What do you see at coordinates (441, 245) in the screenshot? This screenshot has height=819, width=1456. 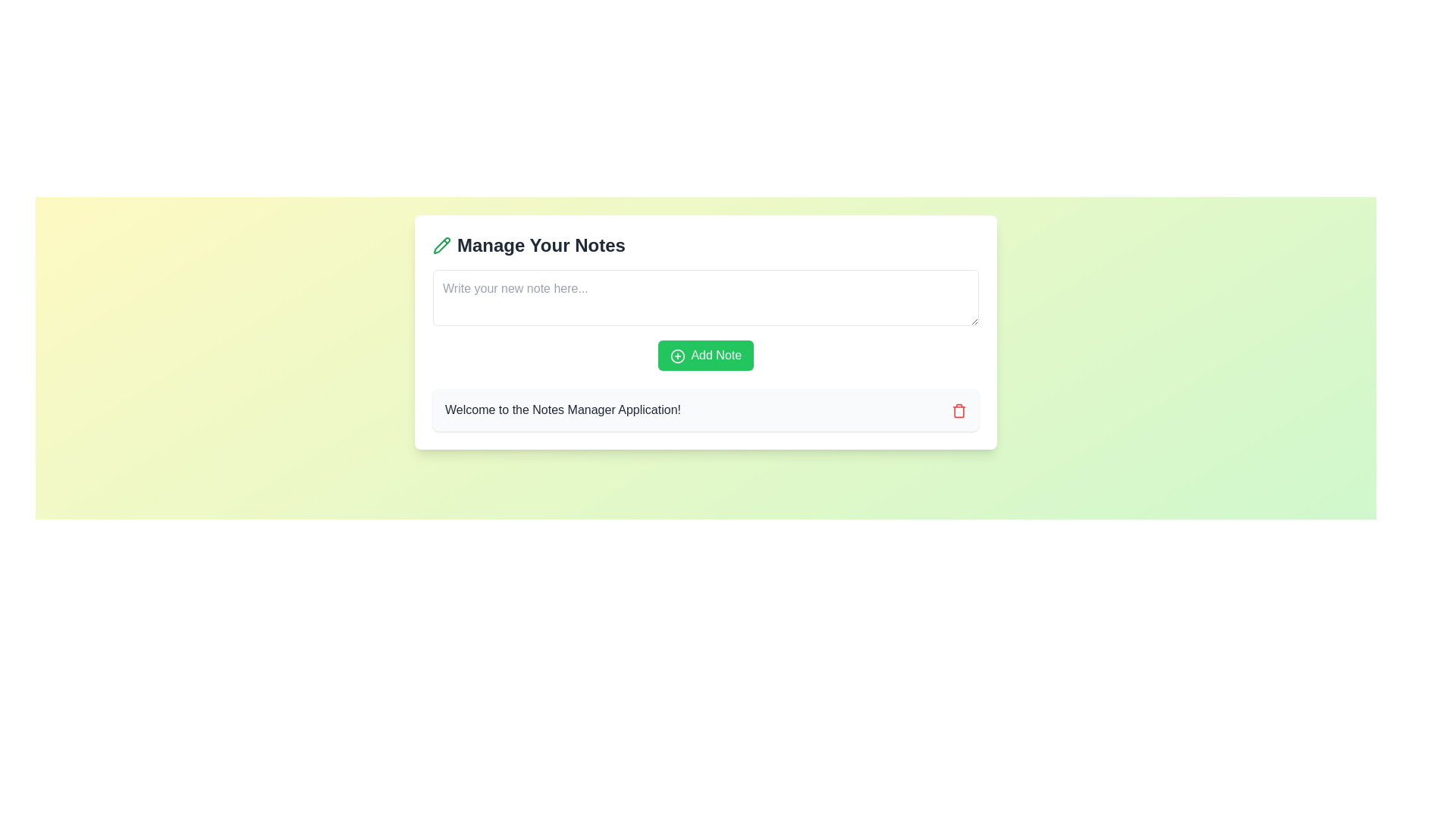 I see `the pencil icon that visually supports the note management theme, located slightly to the left of the 'Manage Your Notes' text` at bounding box center [441, 245].